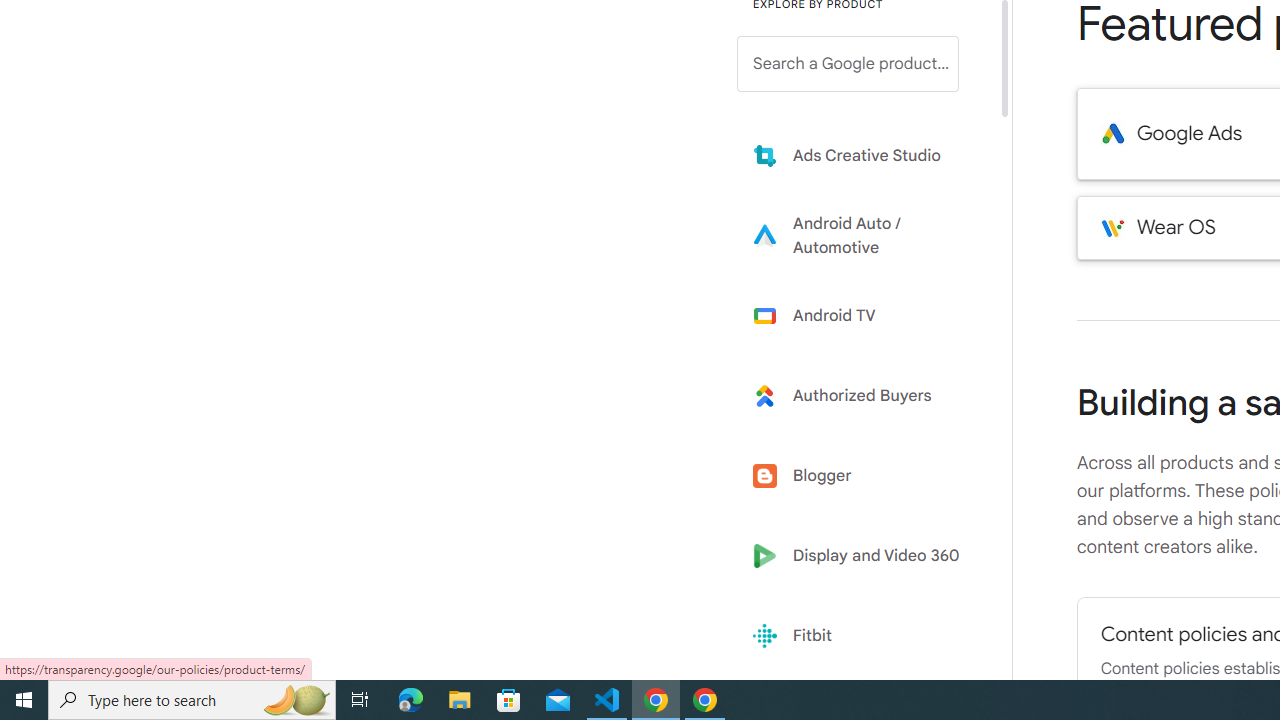 The width and height of the screenshot is (1280, 720). What do you see at coordinates (862, 476) in the screenshot?
I see `'Blogger'` at bounding box center [862, 476].